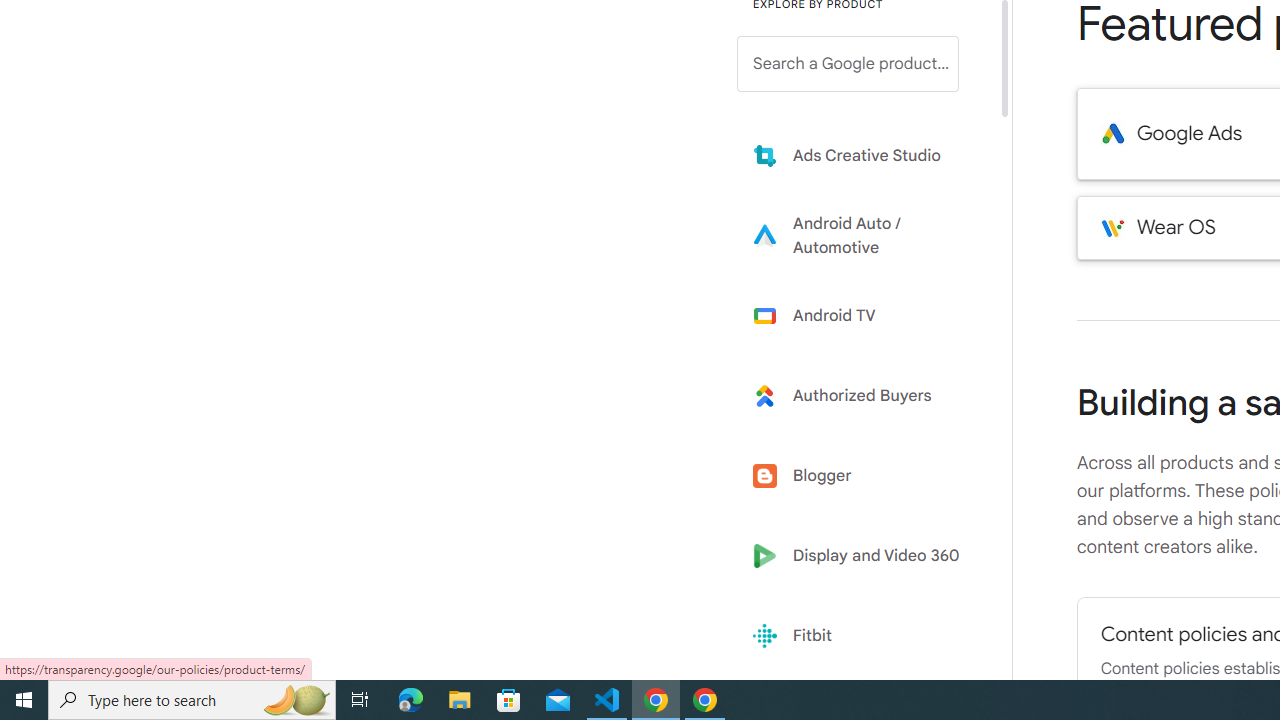 The width and height of the screenshot is (1280, 720). What do you see at coordinates (862, 476) in the screenshot?
I see `'Blogger'` at bounding box center [862, 476].